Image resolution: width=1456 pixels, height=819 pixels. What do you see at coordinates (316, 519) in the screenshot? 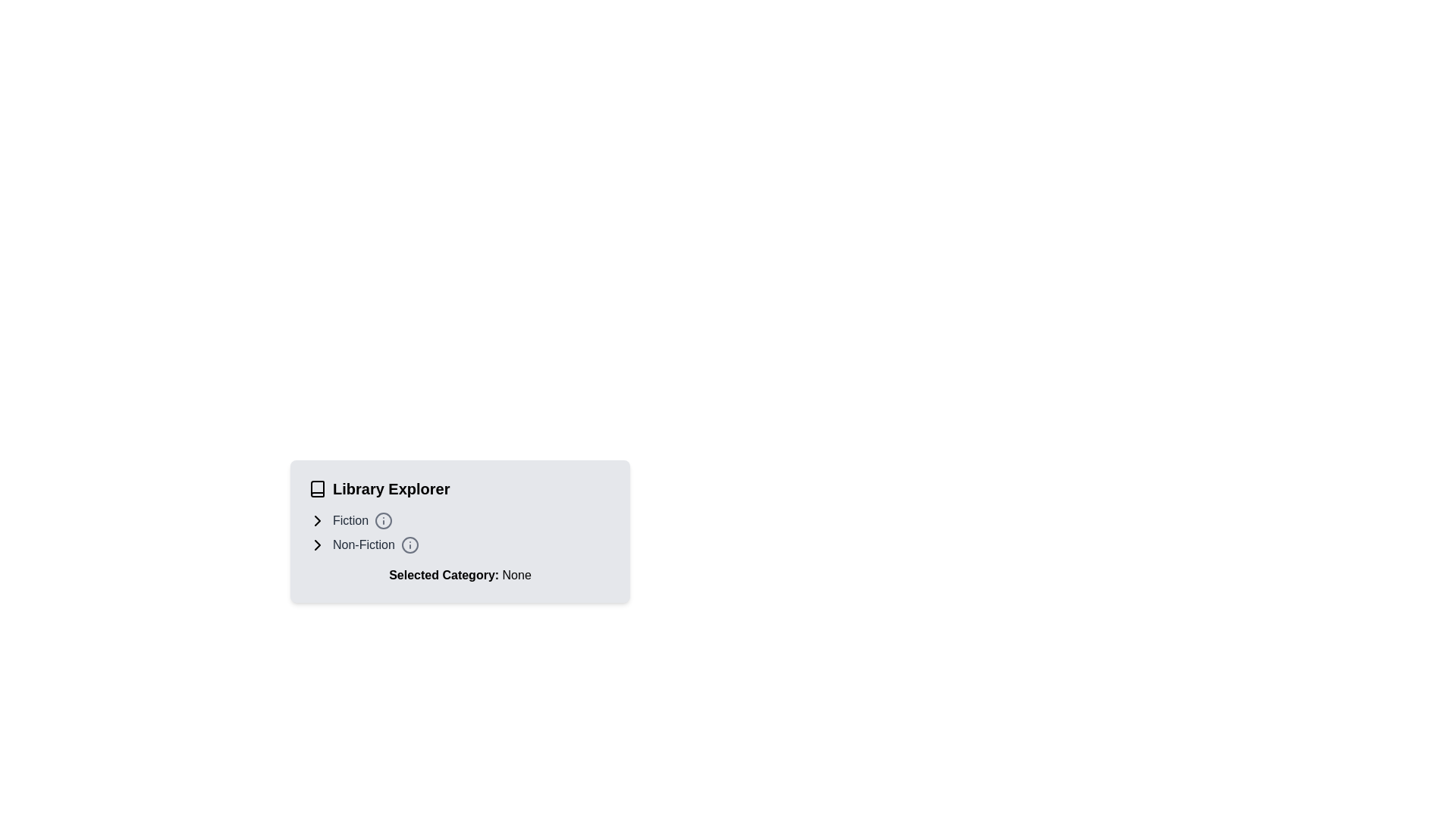
I see `the Chevron icon button that expands or collapses the 'Fiction' category's content to receive visual feedback` at bounding box center [316, 519].